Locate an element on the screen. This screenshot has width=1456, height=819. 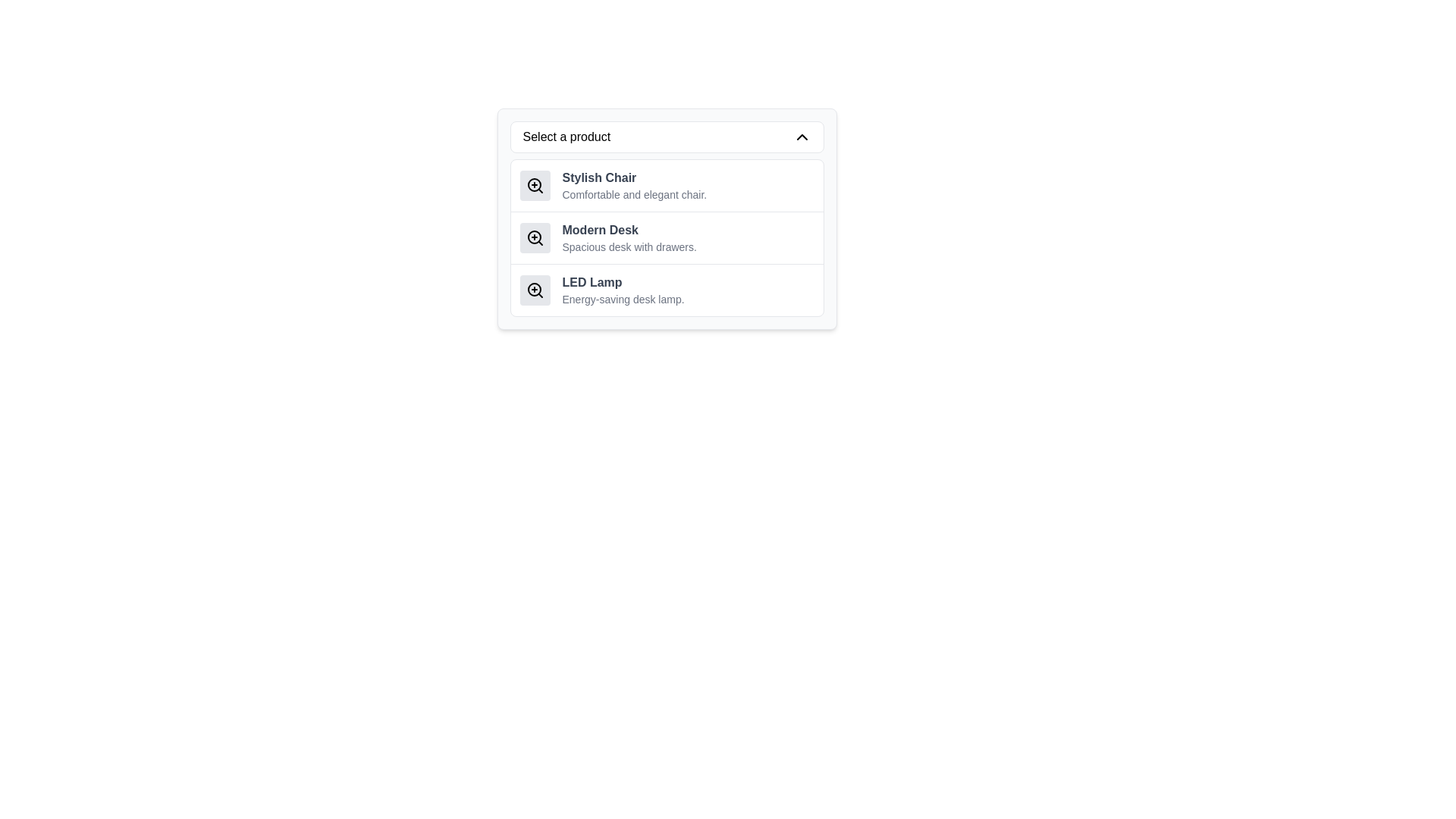
static description label for the product titled 'Modern Desk', located in the center-right part of the product selection interface is located at coordinates (629, 246).